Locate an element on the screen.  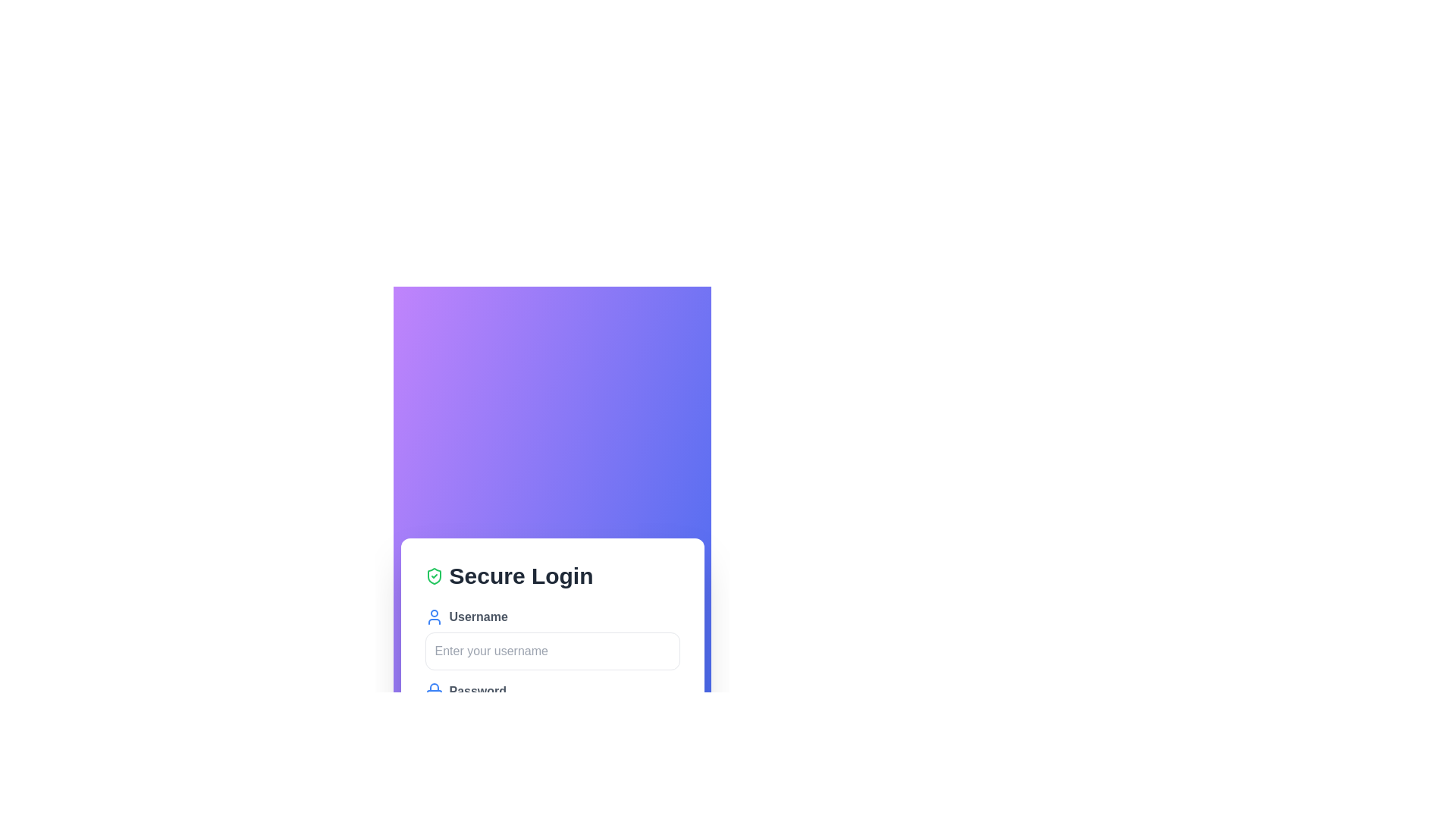
the submit button is located at coordinates (551, 780).